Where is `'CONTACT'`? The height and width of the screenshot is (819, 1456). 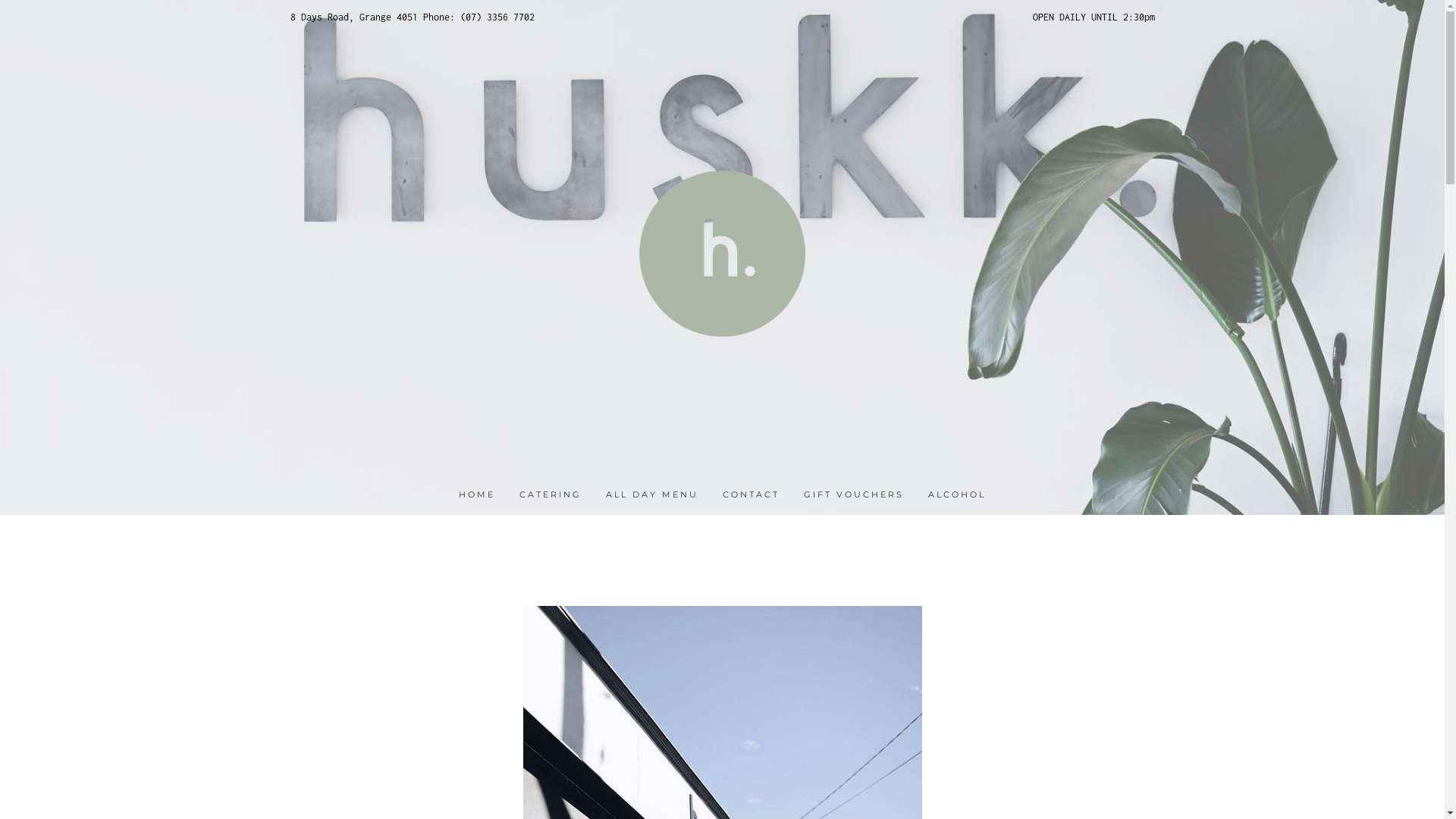 'CONTACT' is located at coordinates (722, 495).